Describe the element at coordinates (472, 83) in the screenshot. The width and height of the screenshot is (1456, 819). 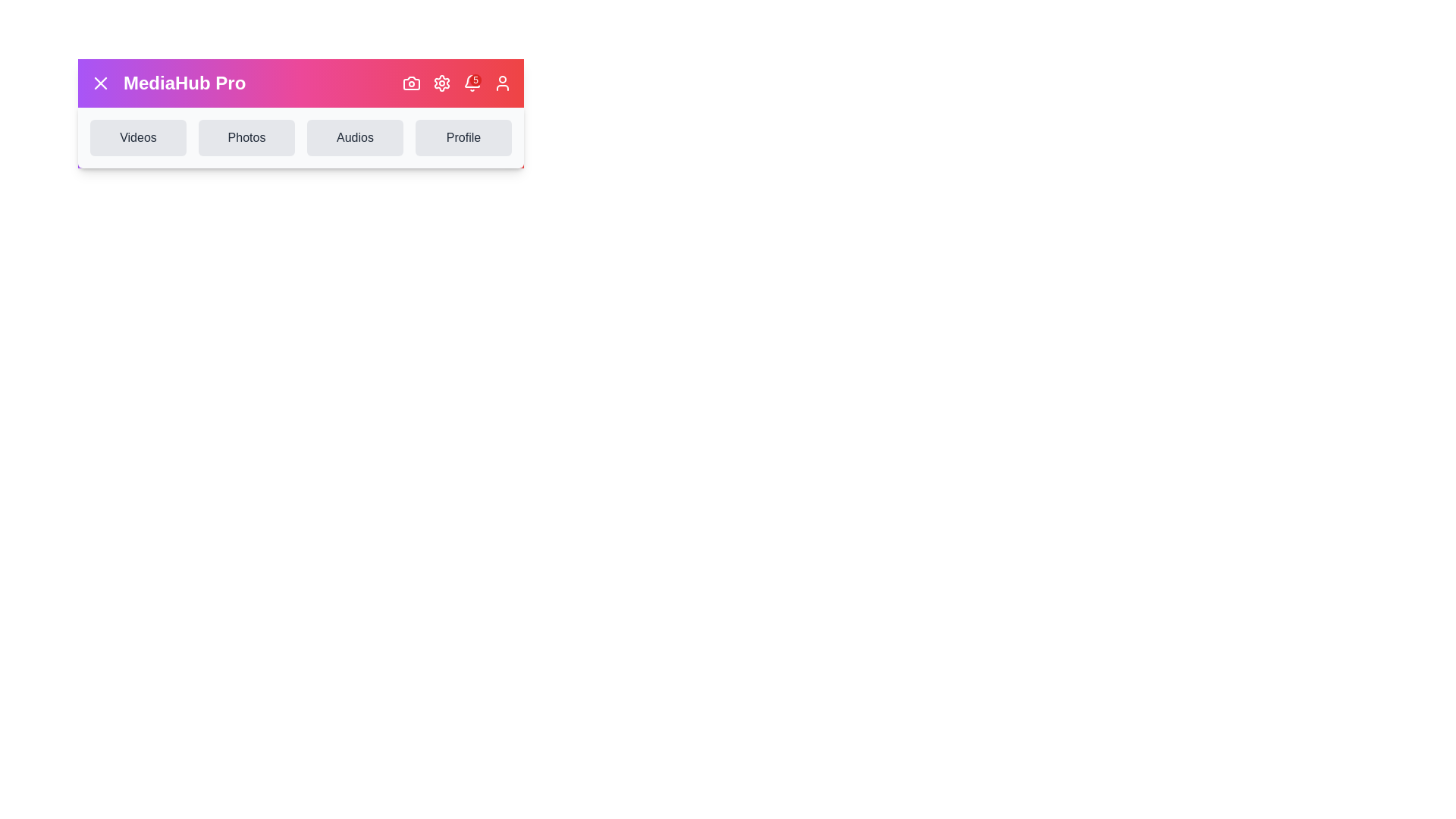
I see `bell icon to view notifications` at that location.